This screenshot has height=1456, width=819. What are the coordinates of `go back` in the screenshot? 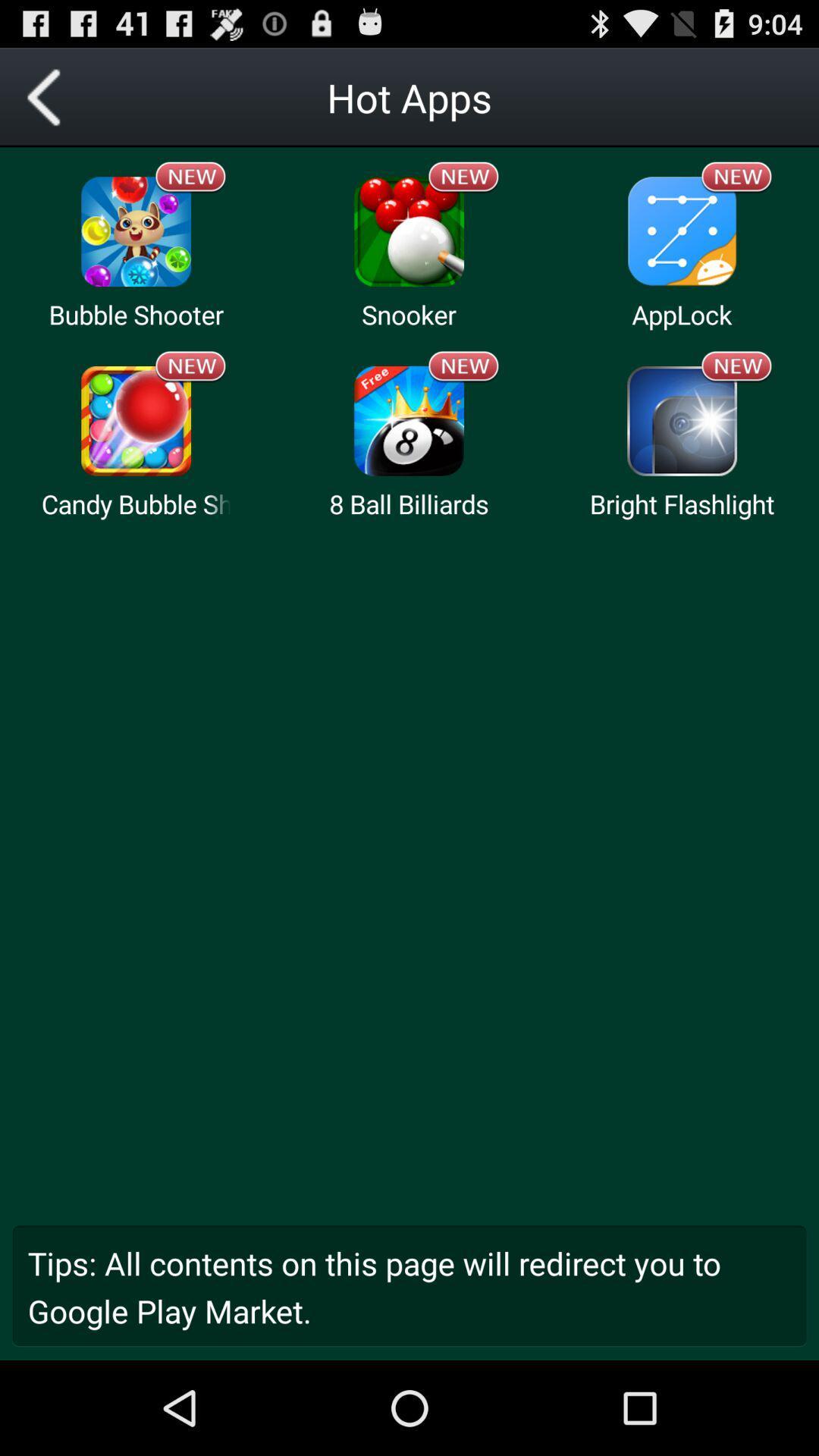 It's located at (49, 96).